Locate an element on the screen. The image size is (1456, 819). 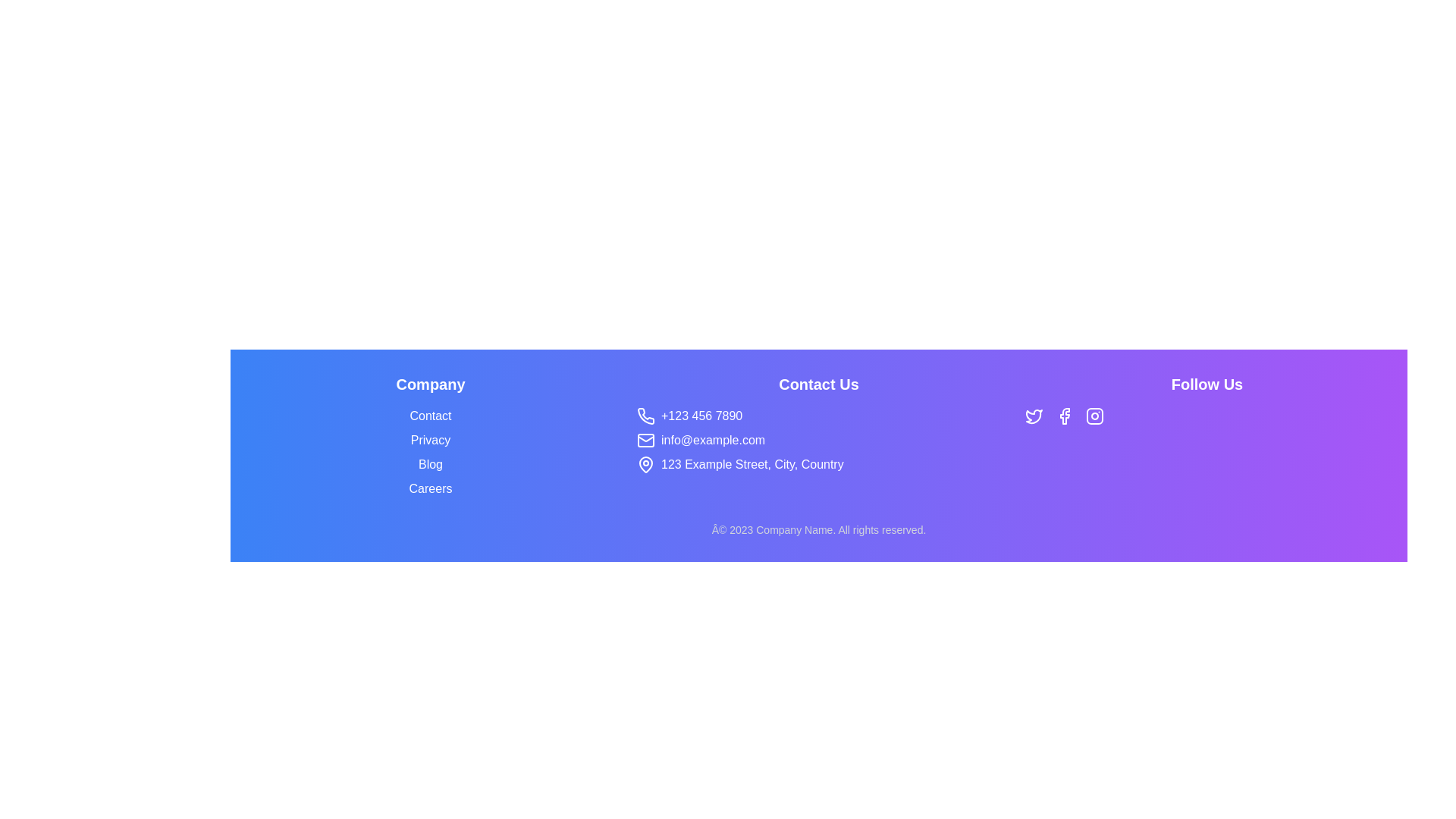
the phone contact icon located in the 'Contact Us' section of the footer, which is the first icon in its column, positioned between the 'Company' and 'Follow Us' sections is located at coordinates (646, 416).